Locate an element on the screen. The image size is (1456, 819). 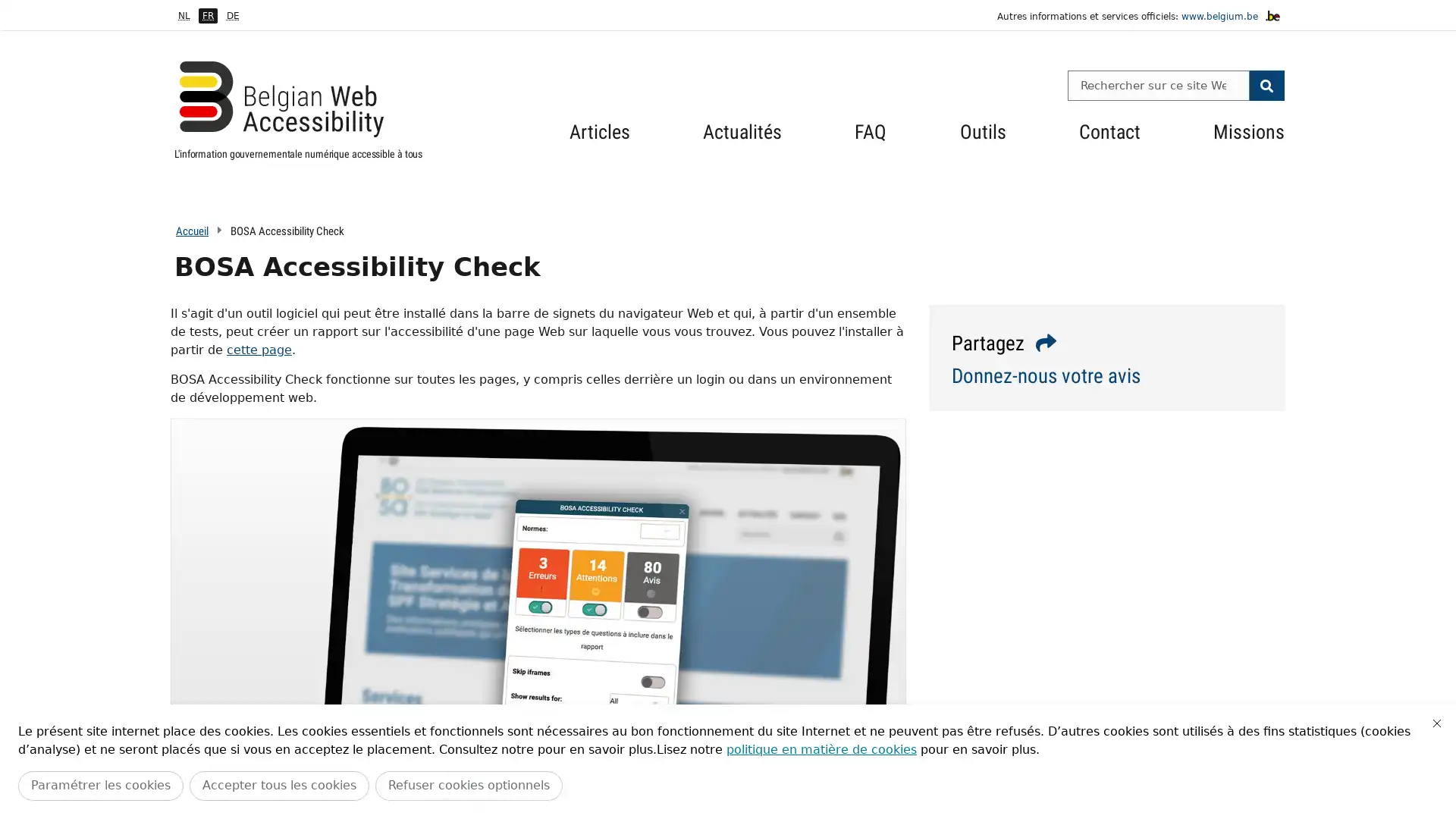
Refuser cookies optionnels is located at coordinates (468, 785).